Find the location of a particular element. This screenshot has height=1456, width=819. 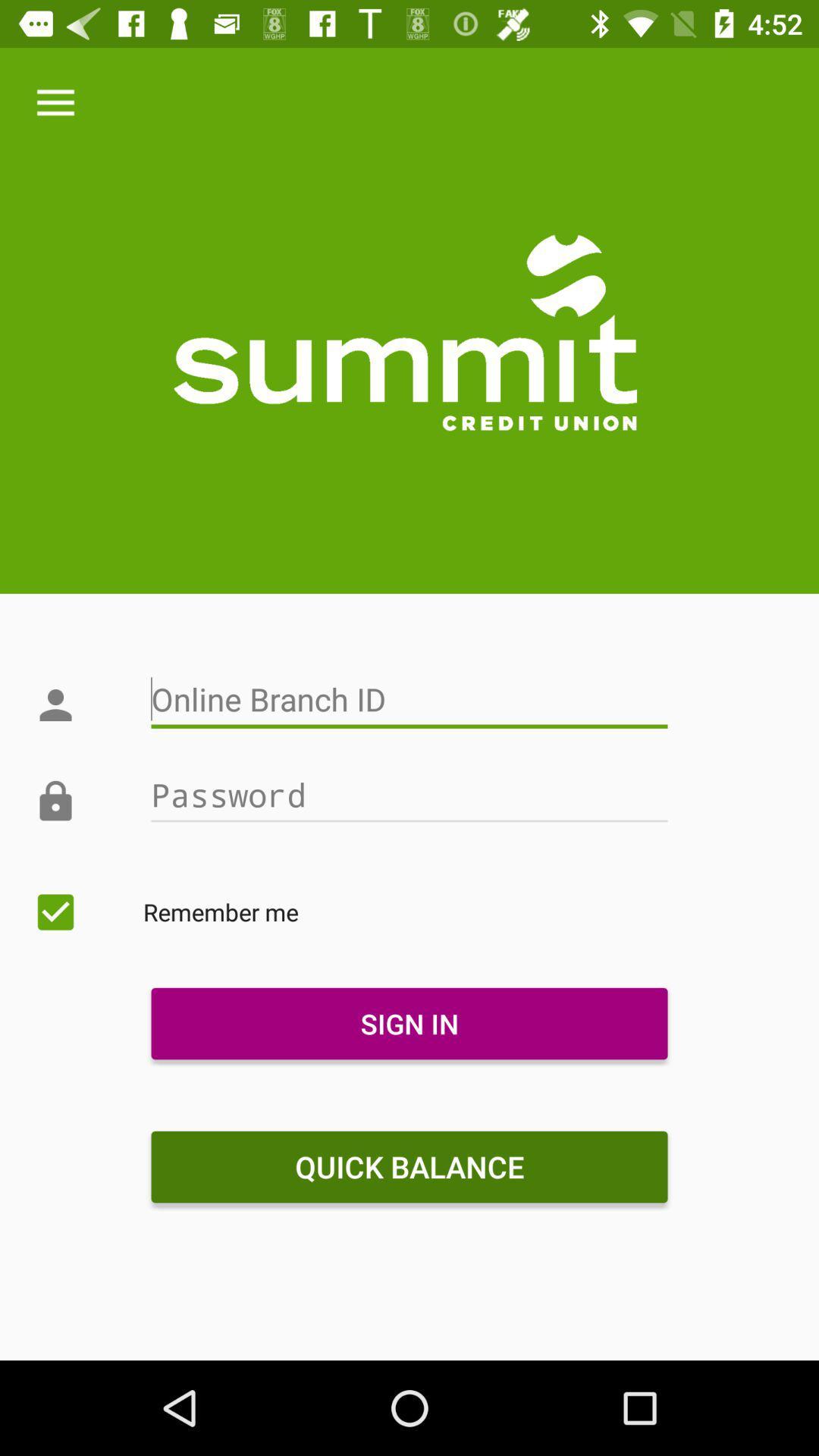

item below the sign in icon is located at coordinates (409, 1166).